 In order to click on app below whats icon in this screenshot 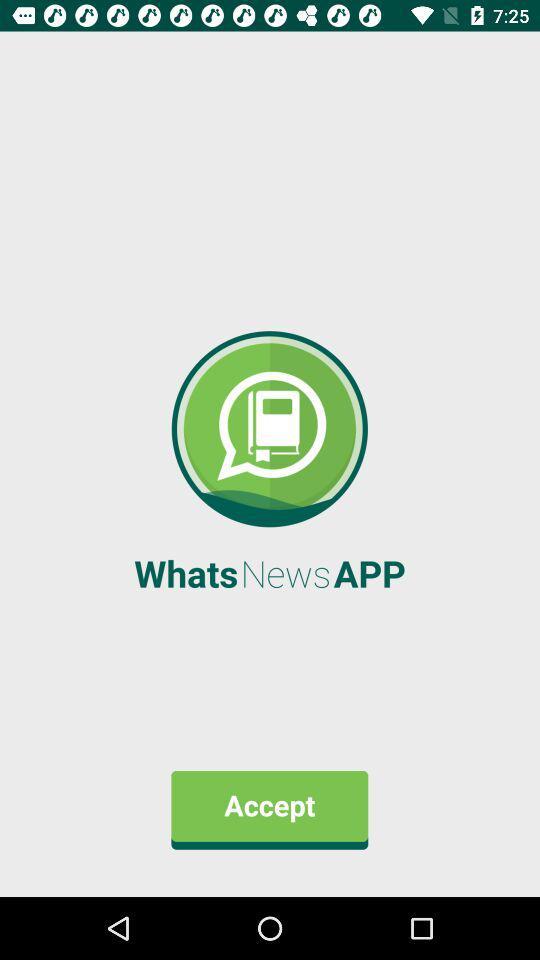, I will do `click(269, 810)`.